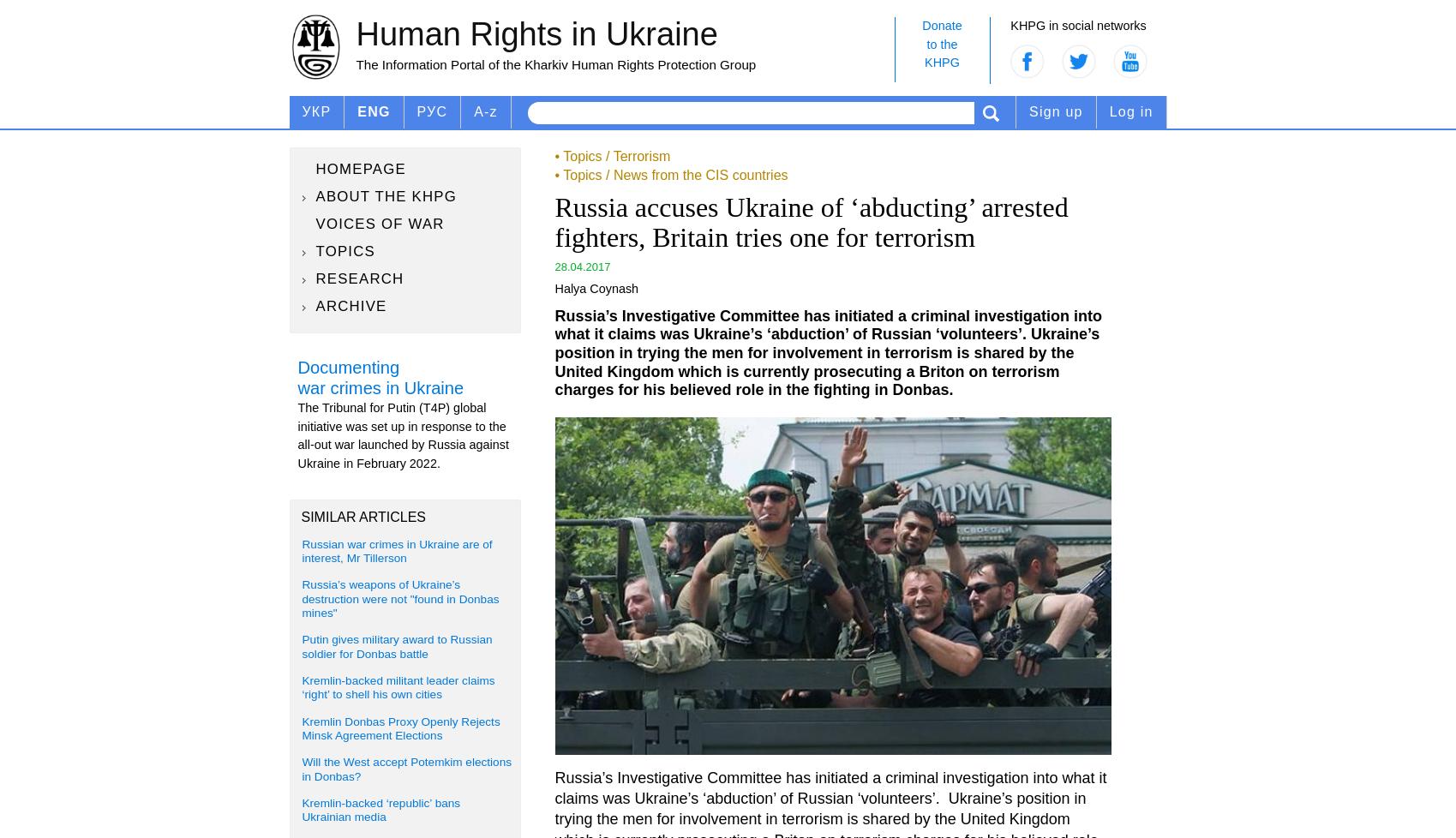 This screenshot has width=1456, height=838. Describe the element at coordinates (348, 367) in the screenshot. I see `'Documenting'` at that location.